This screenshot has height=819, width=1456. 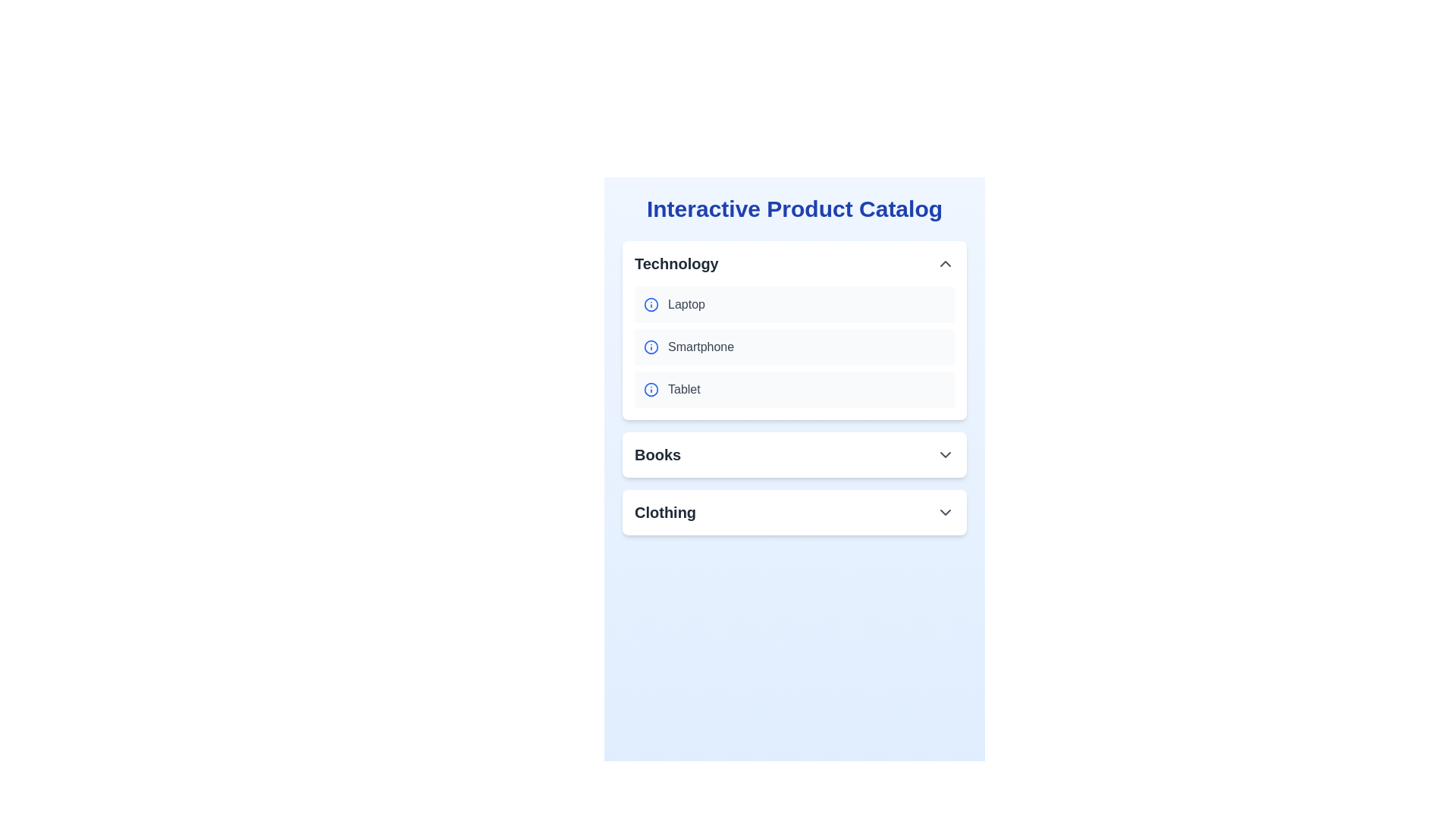 What do you see at coordinates (793, 454) in the screenshot?
I see `the 'Books' category dropdown button` at bounding box center [793, 454].